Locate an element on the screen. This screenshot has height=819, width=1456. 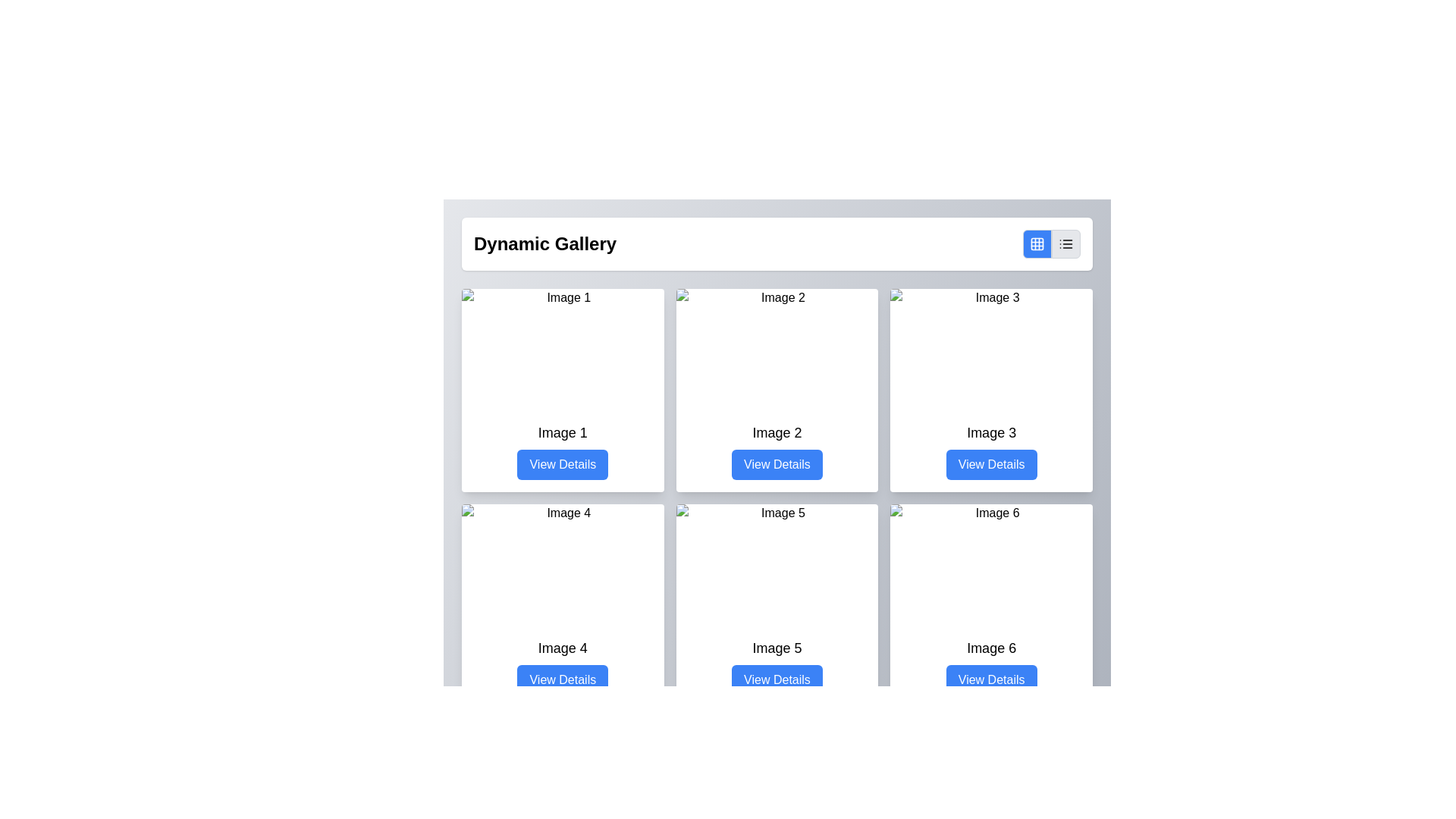
the button located below the text label 'Image 6' is located at coordinates (991, 679).